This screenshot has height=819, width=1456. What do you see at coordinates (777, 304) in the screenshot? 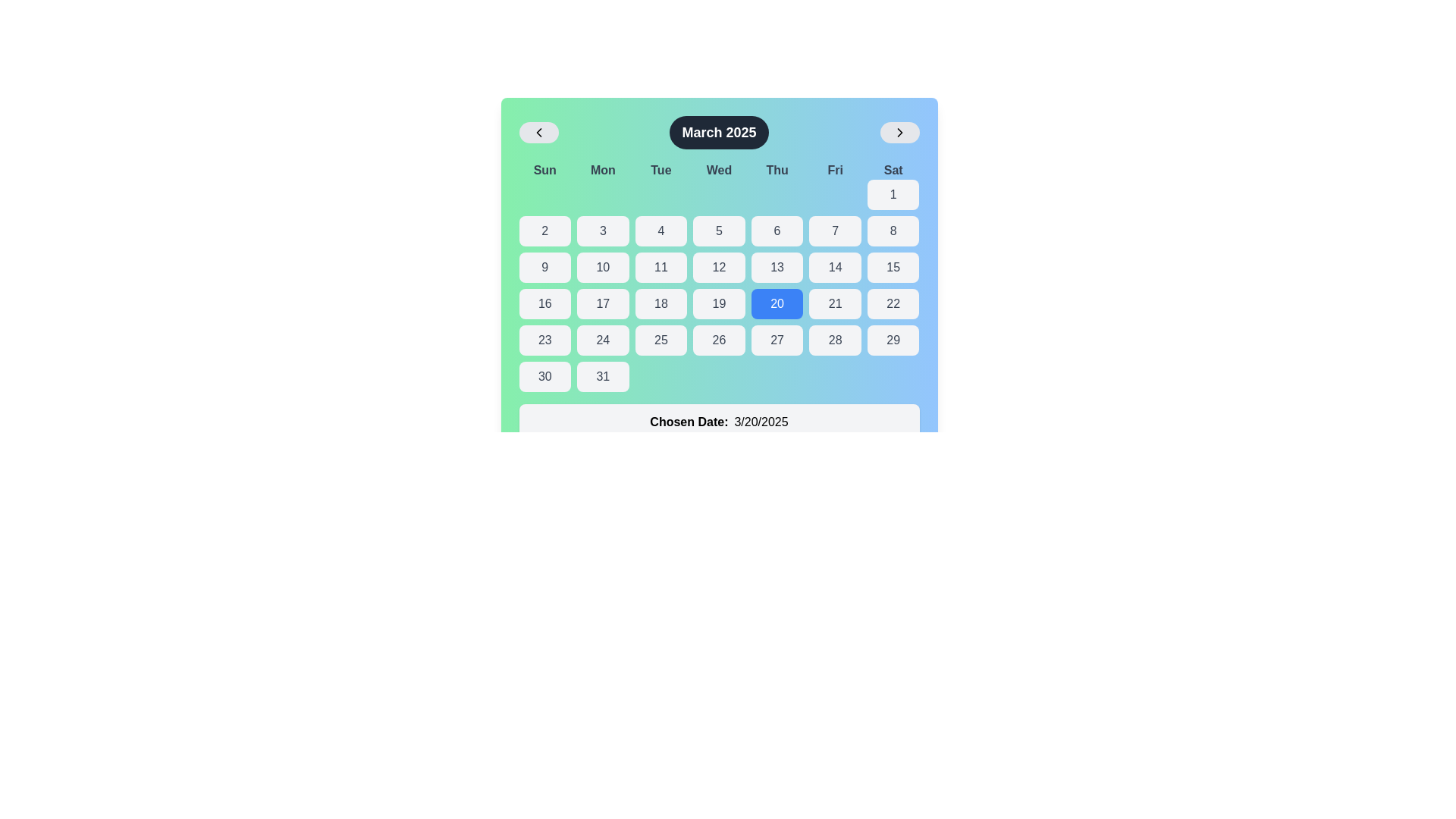
I see `the rounded rectangular button with a blue background and white text displaying '20' located in the fourth row and fourth column of the calendar grid` at bounding box center [777, 304].